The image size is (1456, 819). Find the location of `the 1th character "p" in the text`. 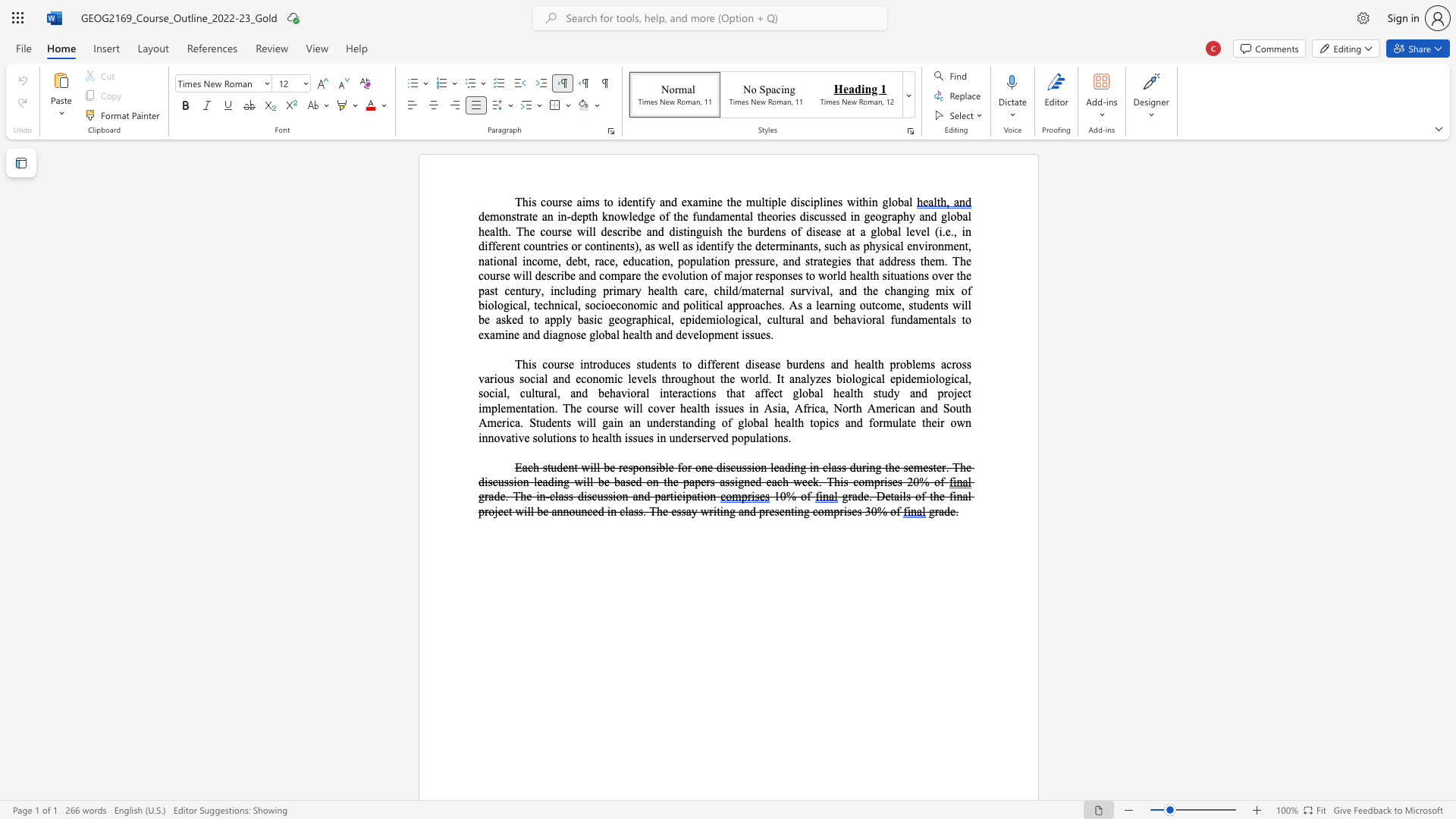

the 1th character "p" in the text is located at coordinates (710, 334).